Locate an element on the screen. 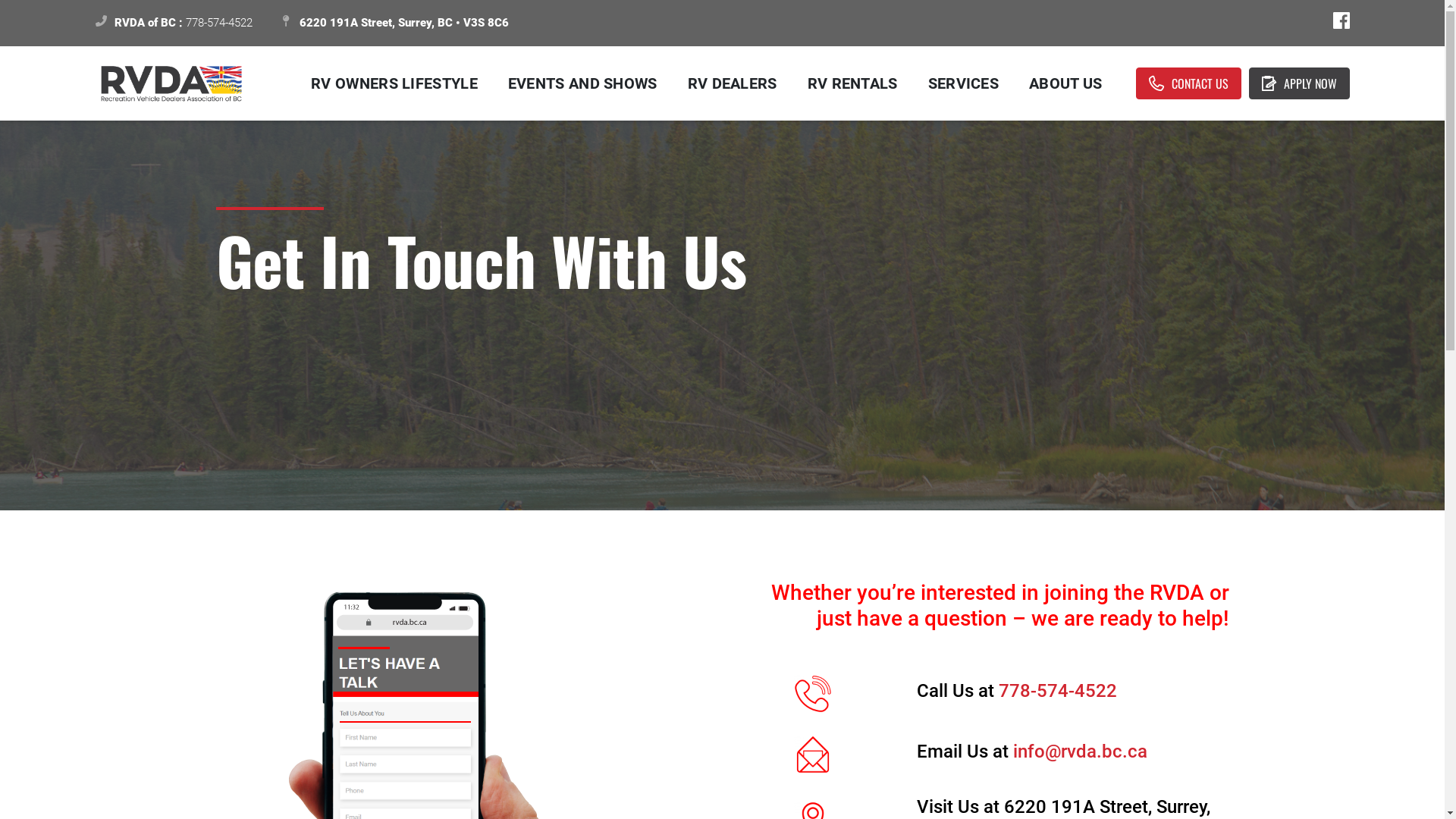  'RVDA of BC : 778-574-4522' is located at coordinates (174, 23).